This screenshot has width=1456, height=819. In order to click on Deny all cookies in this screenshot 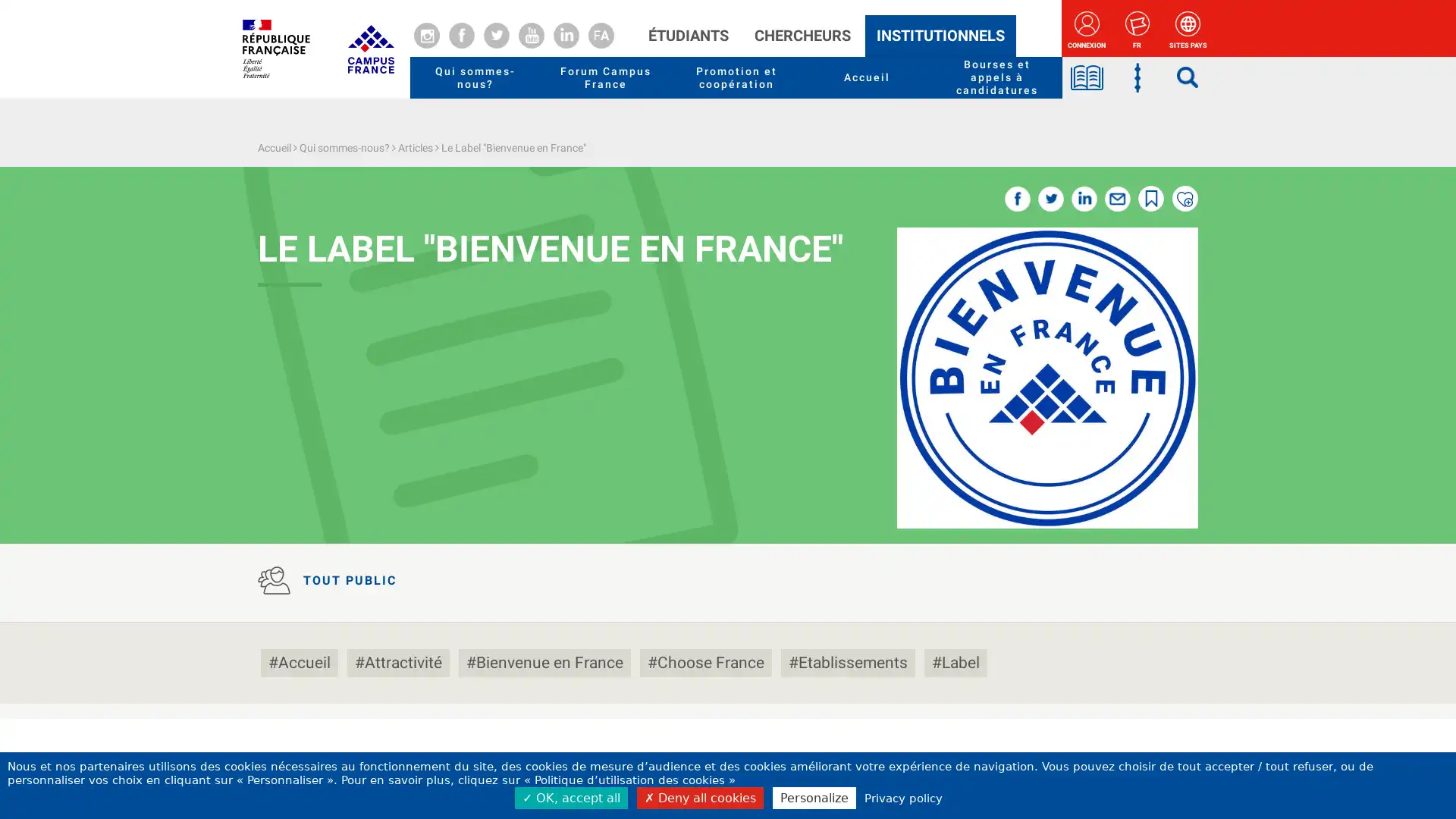, I will do `click(698, 797)`.